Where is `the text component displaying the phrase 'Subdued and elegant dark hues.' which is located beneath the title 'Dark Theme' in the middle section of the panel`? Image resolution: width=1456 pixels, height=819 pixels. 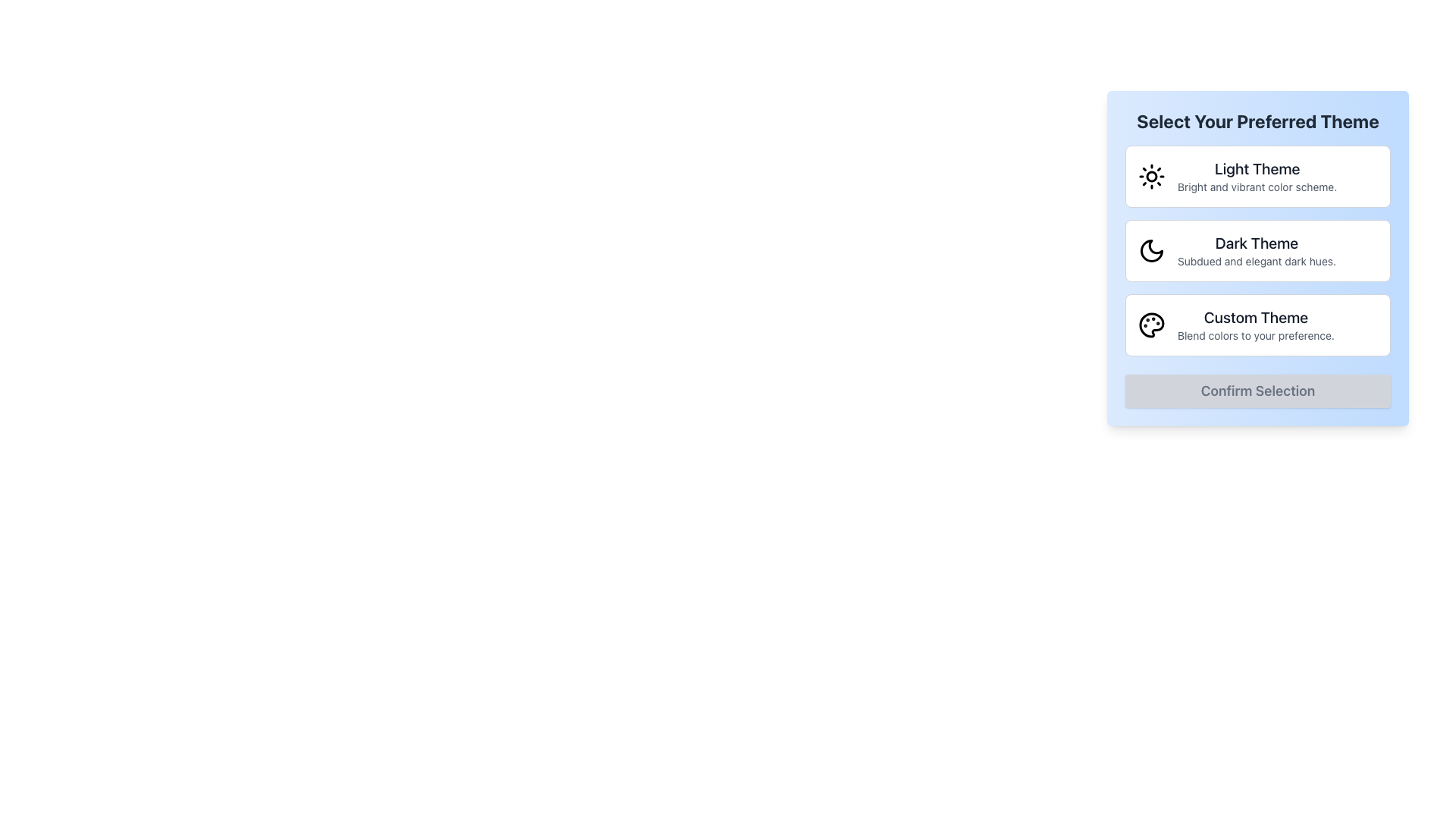
the text component displaying the phrase 'Subdued and elegant dark hues.' which is located beneath the title 'Dark Theme' in the middle section of the panel is located at coordinates (1257, 260).